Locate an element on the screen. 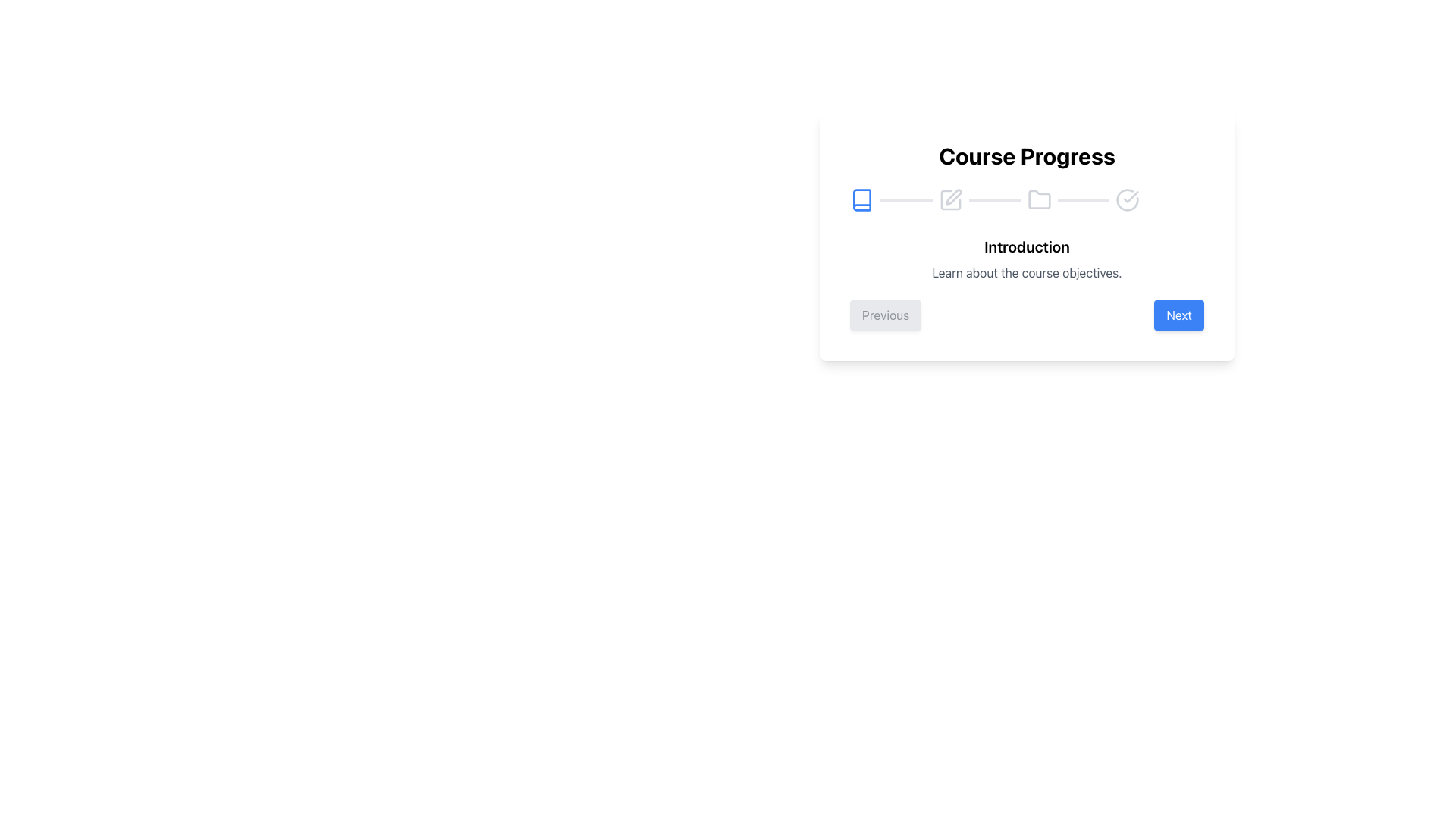 This screenshot has height=819, width=1456. the icon representing the current step in the course progression, located in the second position of the 'Course Progress' horizontal stepper, to highlight its significance is located at coordinates (949, 199).